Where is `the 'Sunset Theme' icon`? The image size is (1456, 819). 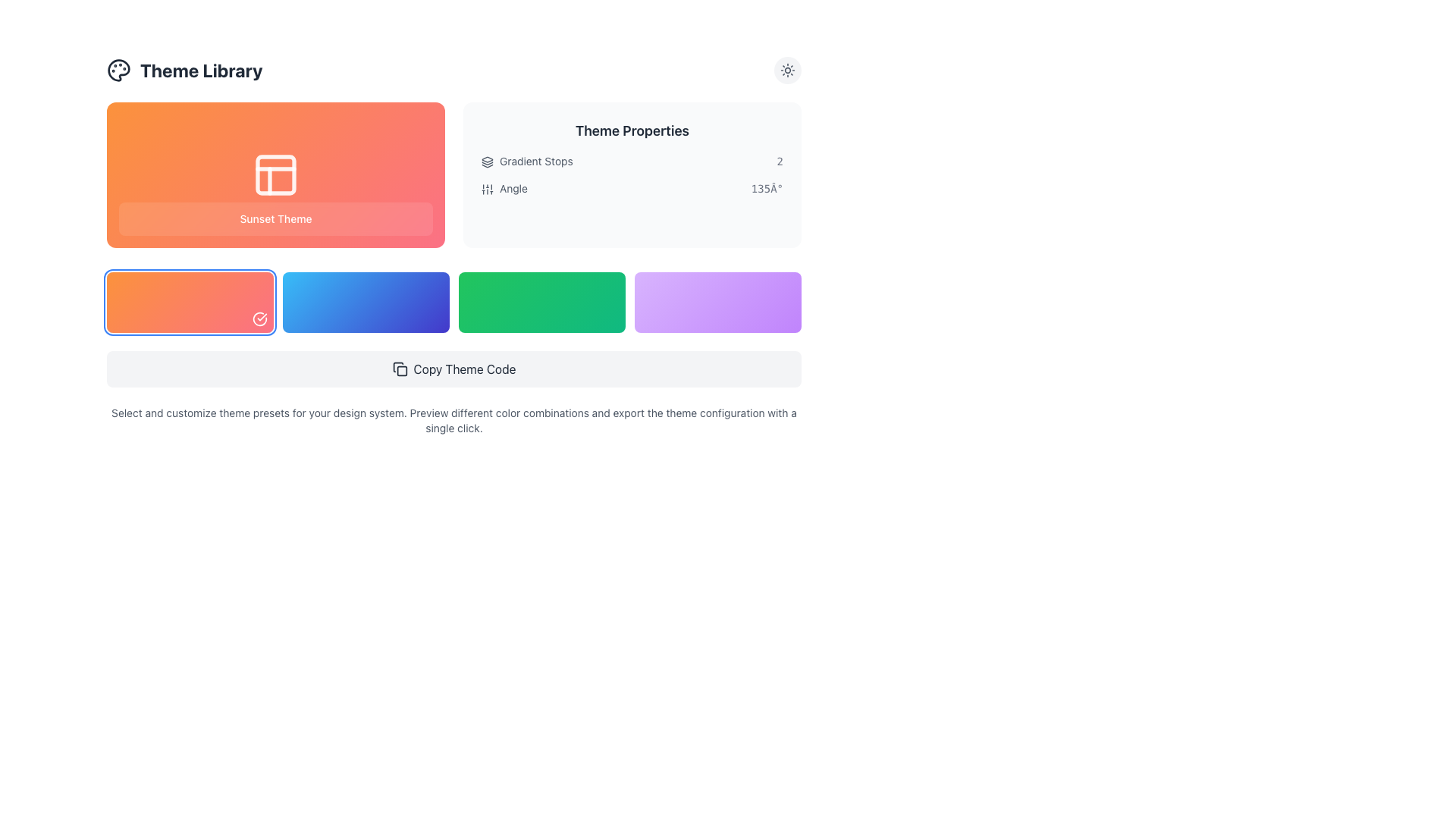
the 'Sunset Theme' icon is located at coordinates (276, 174).